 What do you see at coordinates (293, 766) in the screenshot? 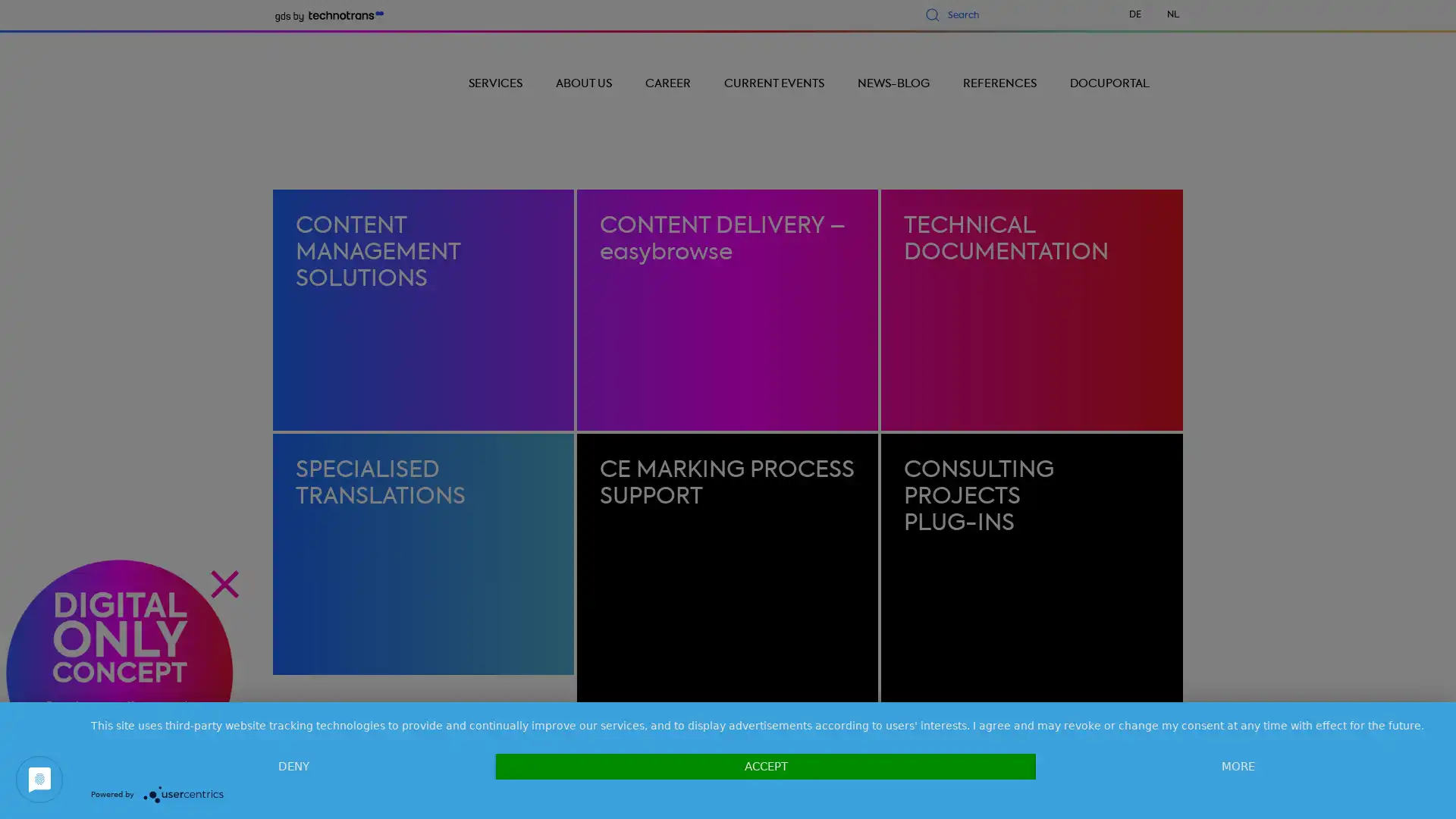
I see `Deny` at bounding box center [293, 766].